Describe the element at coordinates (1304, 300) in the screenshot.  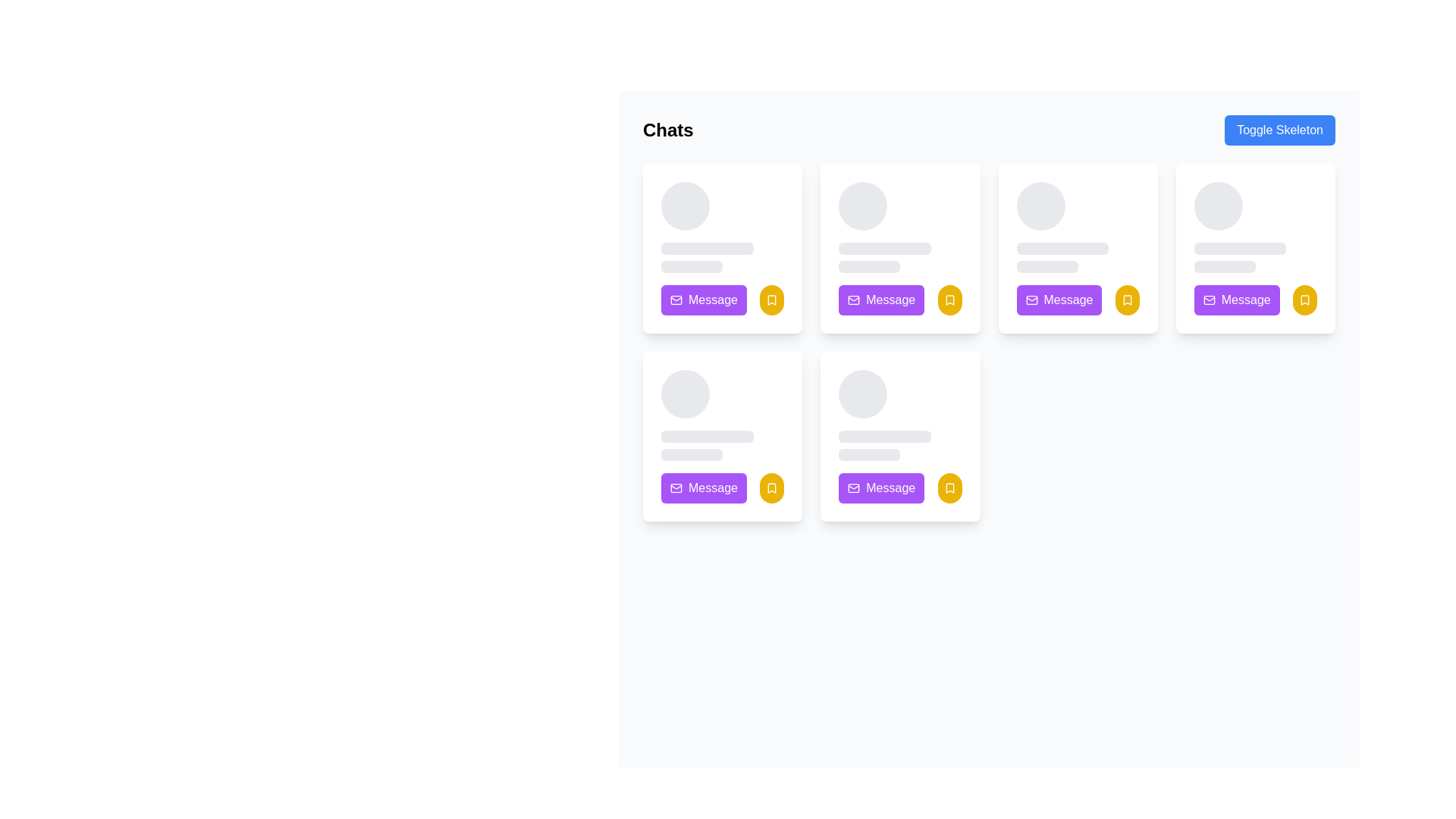
I see `the bookmark icon button with a yellow background located at the bottom-right corner of the card interface to bookmark or unbookmark the content` at that location.